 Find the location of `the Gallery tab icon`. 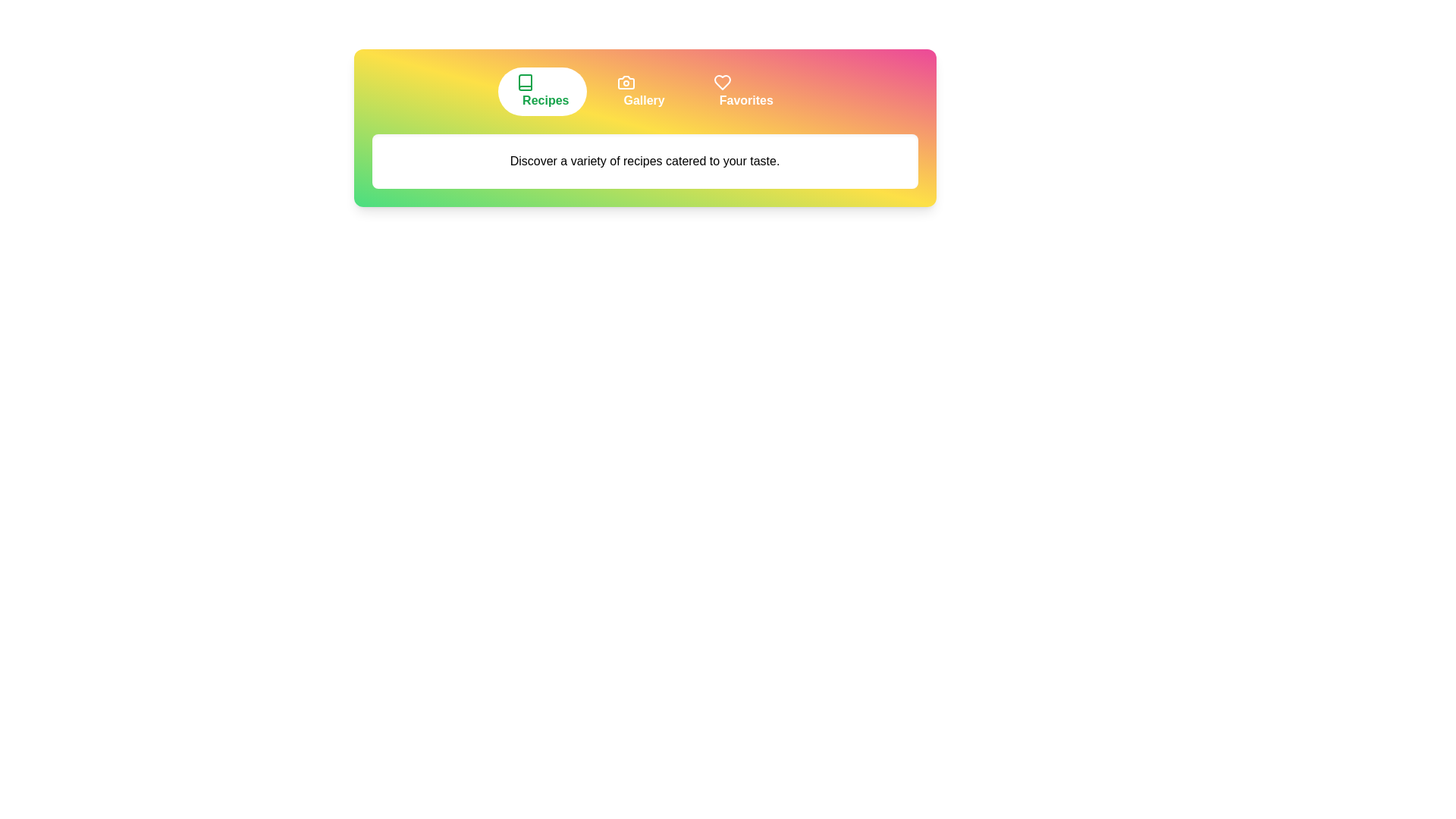

the Gallery tab icon is located at coordinates (641, 91).